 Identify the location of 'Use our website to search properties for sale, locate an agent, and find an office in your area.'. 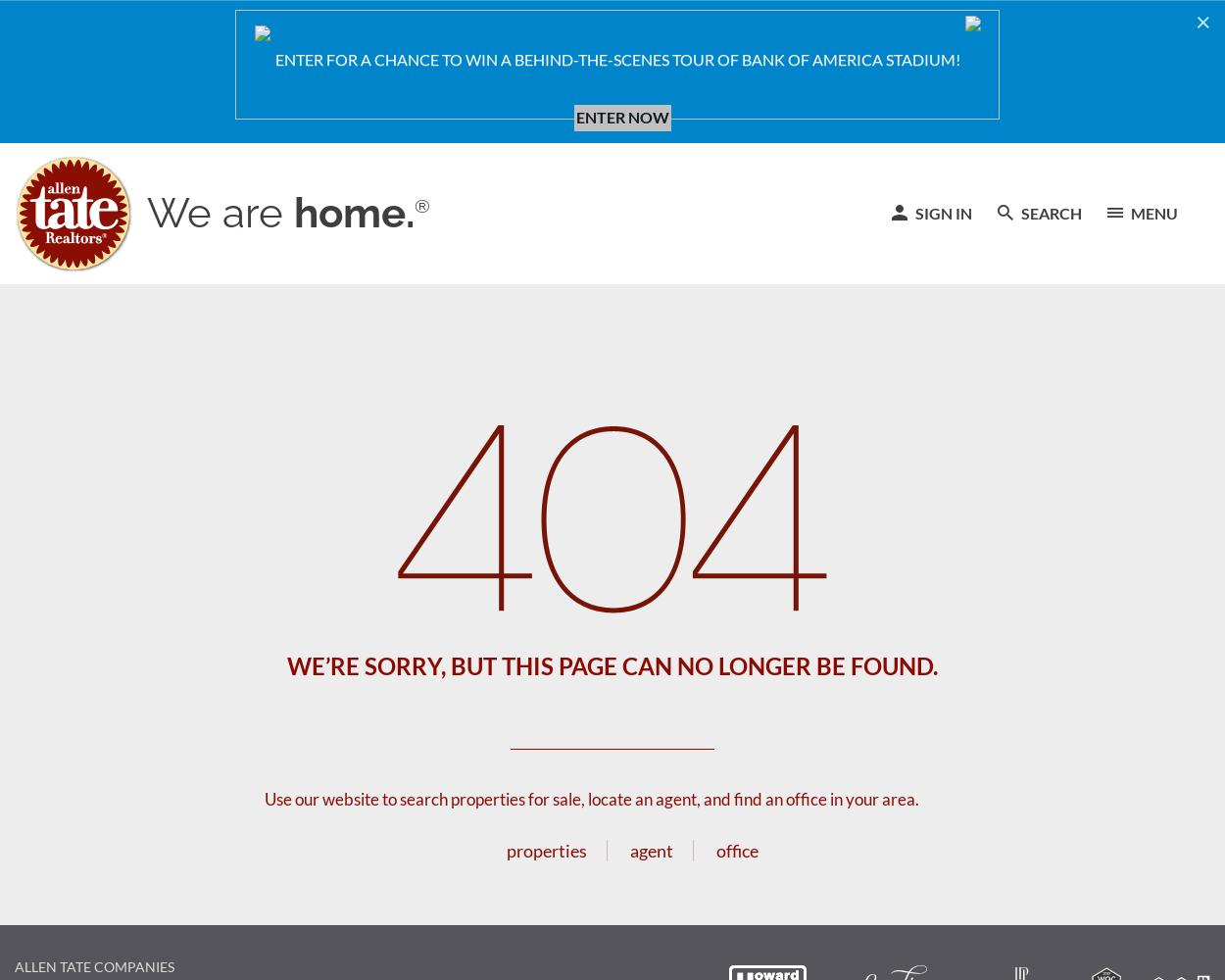
(265, 798).